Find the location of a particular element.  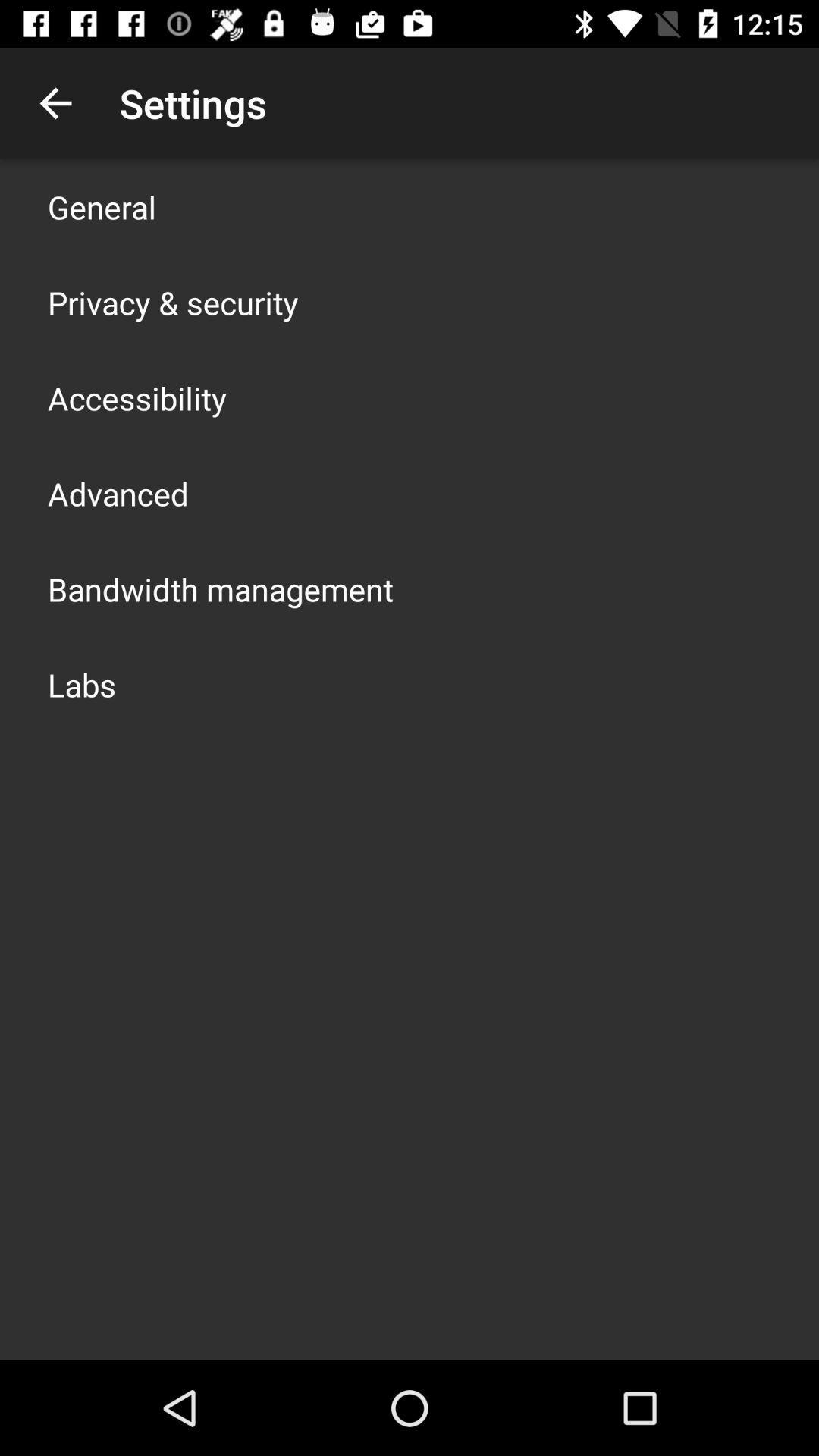

the accessibility is located at coordinates (137, 397).